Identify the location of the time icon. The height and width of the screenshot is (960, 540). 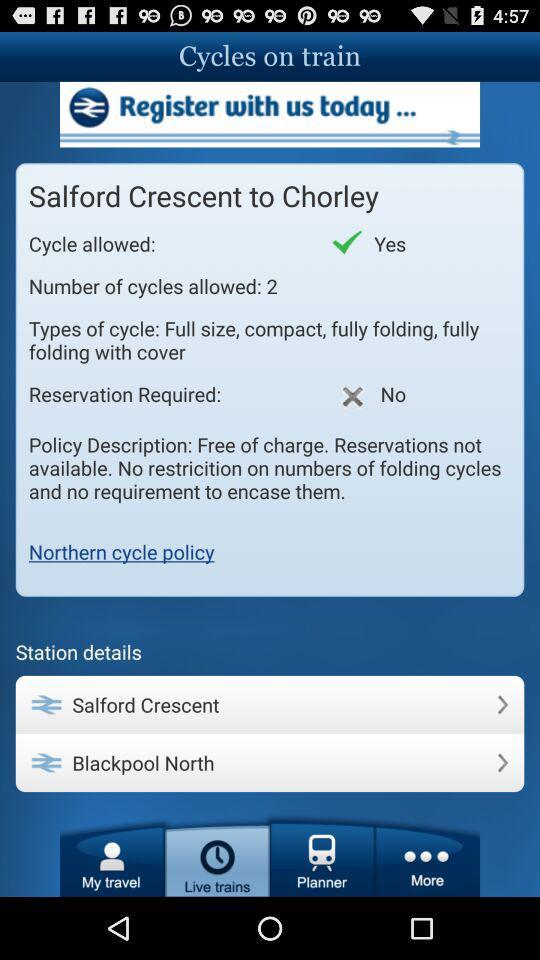
(216, 914).